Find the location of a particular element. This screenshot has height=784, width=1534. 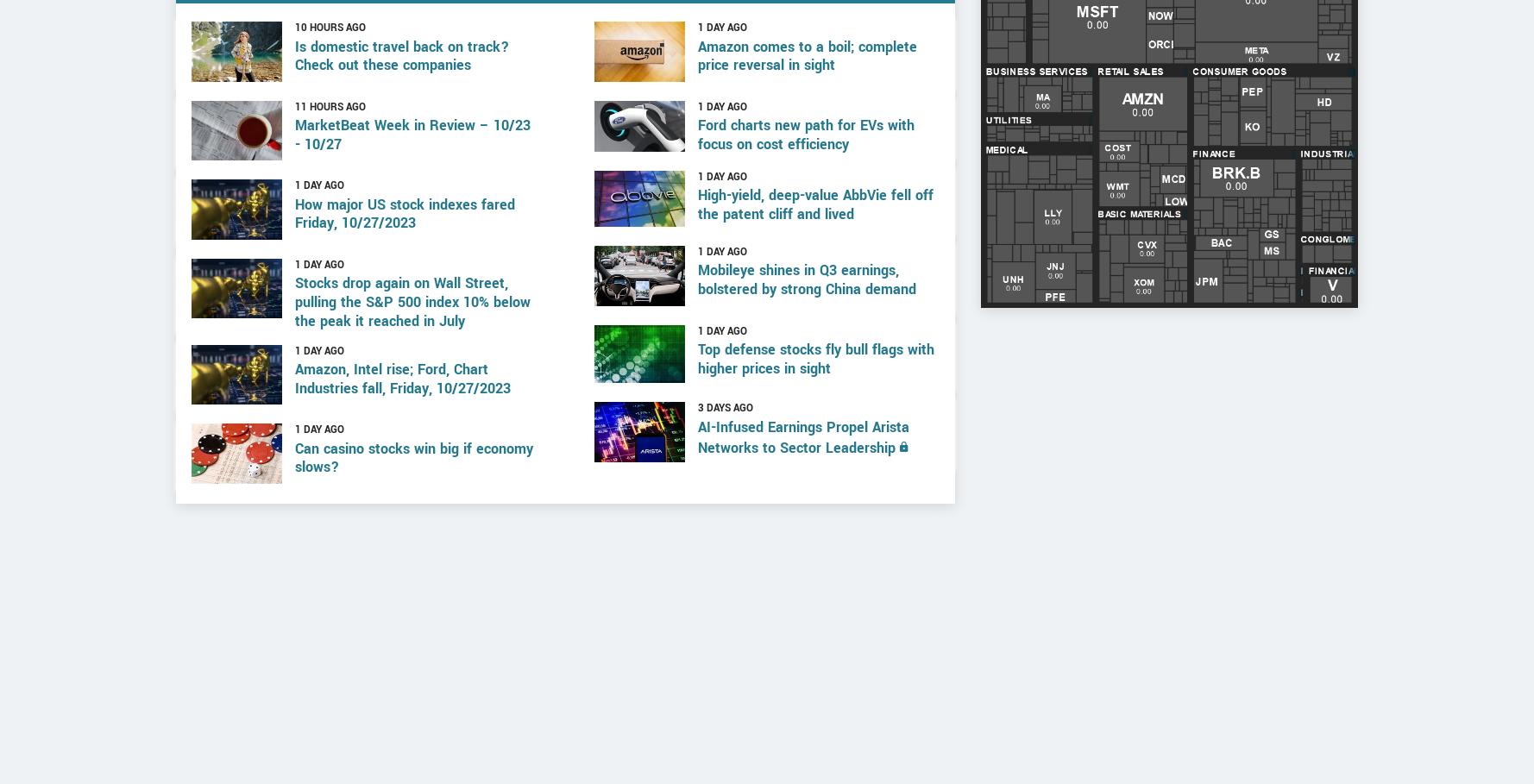

'Is domestic travel back on track? Check out these companies' is located at coordinates (401, 120).